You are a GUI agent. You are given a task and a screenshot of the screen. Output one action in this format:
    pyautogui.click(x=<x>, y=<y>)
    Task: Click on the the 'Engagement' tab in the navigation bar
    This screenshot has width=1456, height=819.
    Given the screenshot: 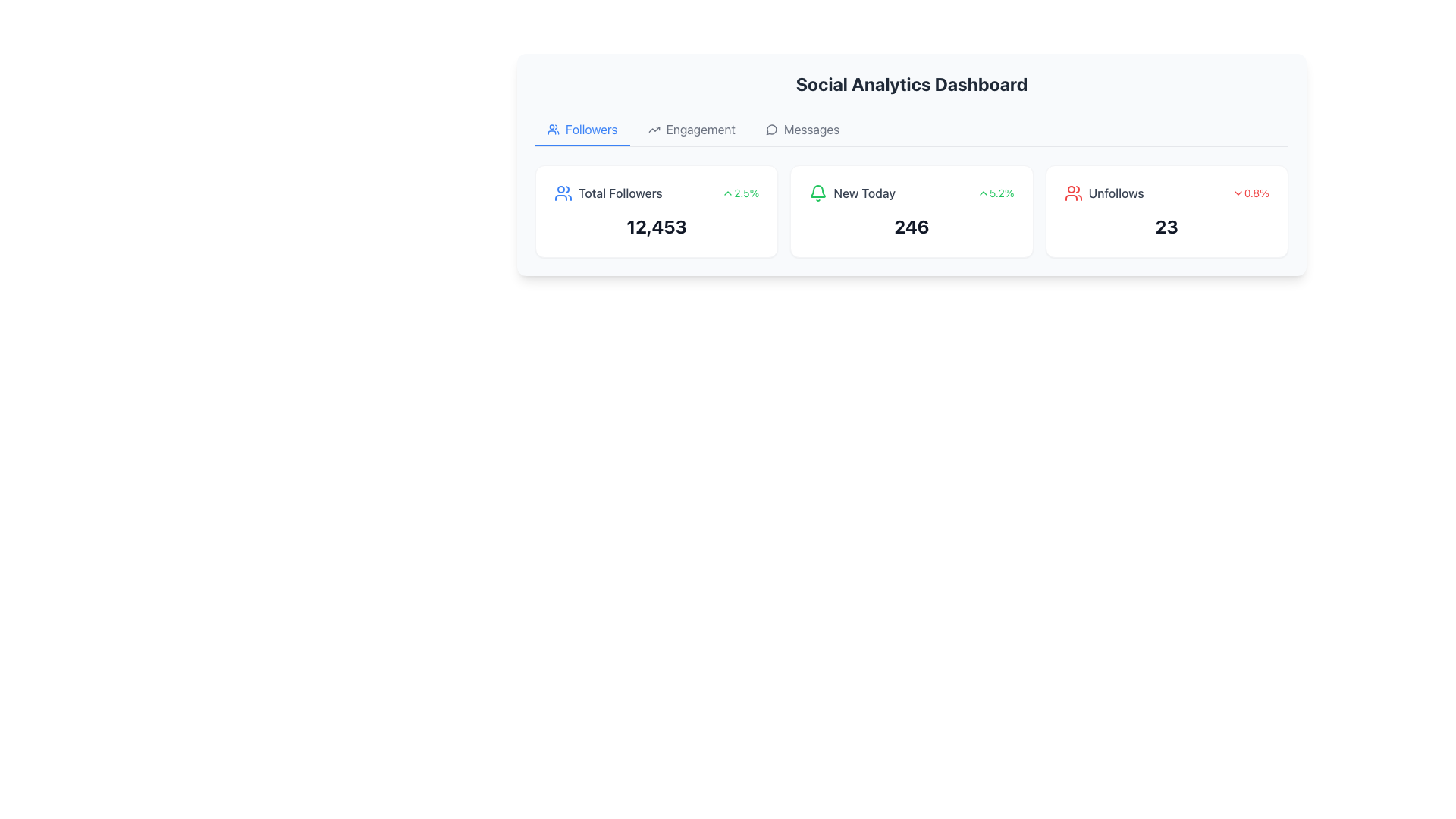 What is the action you would take?
    pyautogui.click(x=700, y=128)
    